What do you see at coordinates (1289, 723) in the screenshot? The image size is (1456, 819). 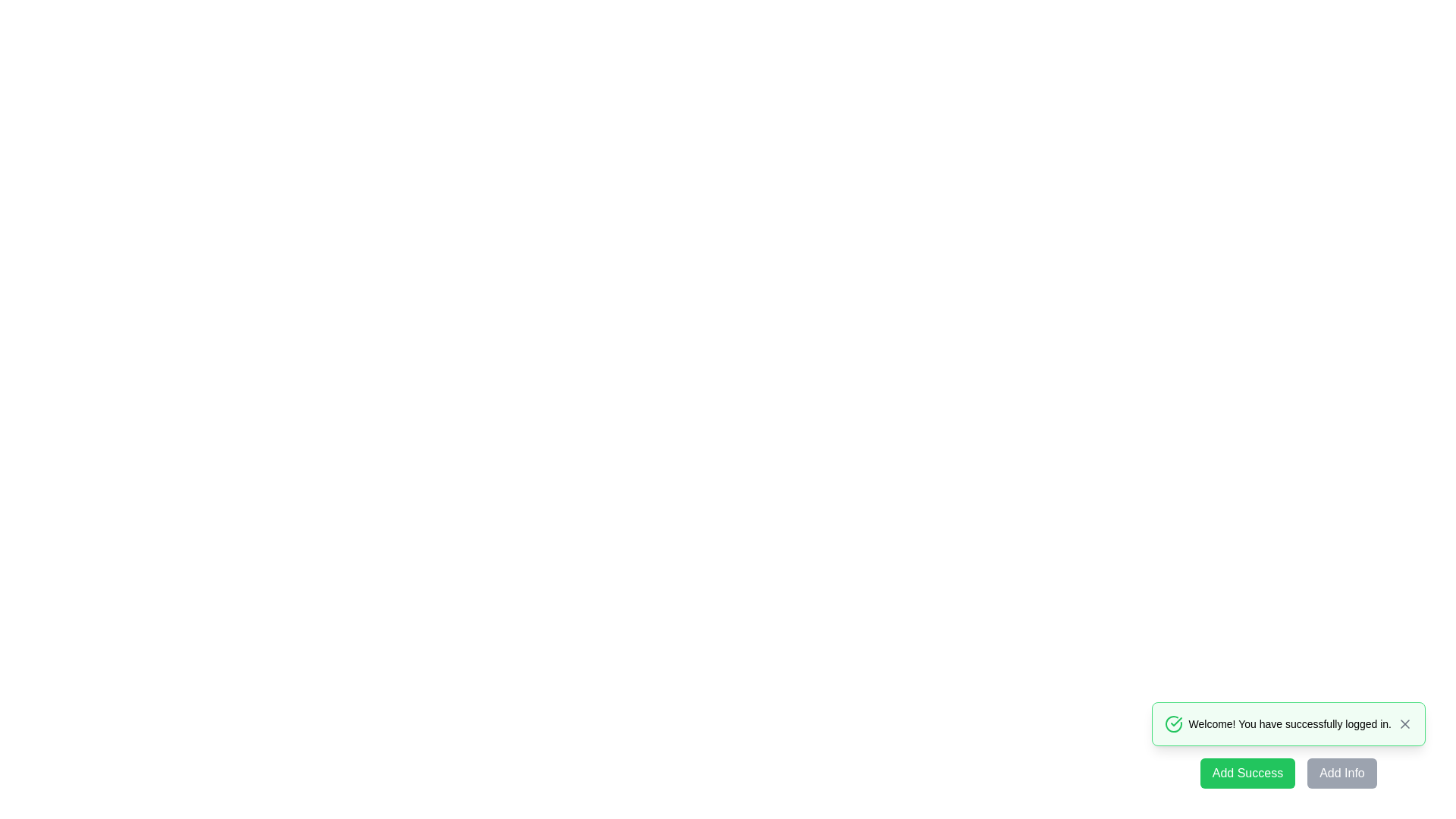 I see `message from the Text label that says 'Welcome! You have successfully logged in.' which is styled in a small font within a light green box` at bounding box center [1289, 723].